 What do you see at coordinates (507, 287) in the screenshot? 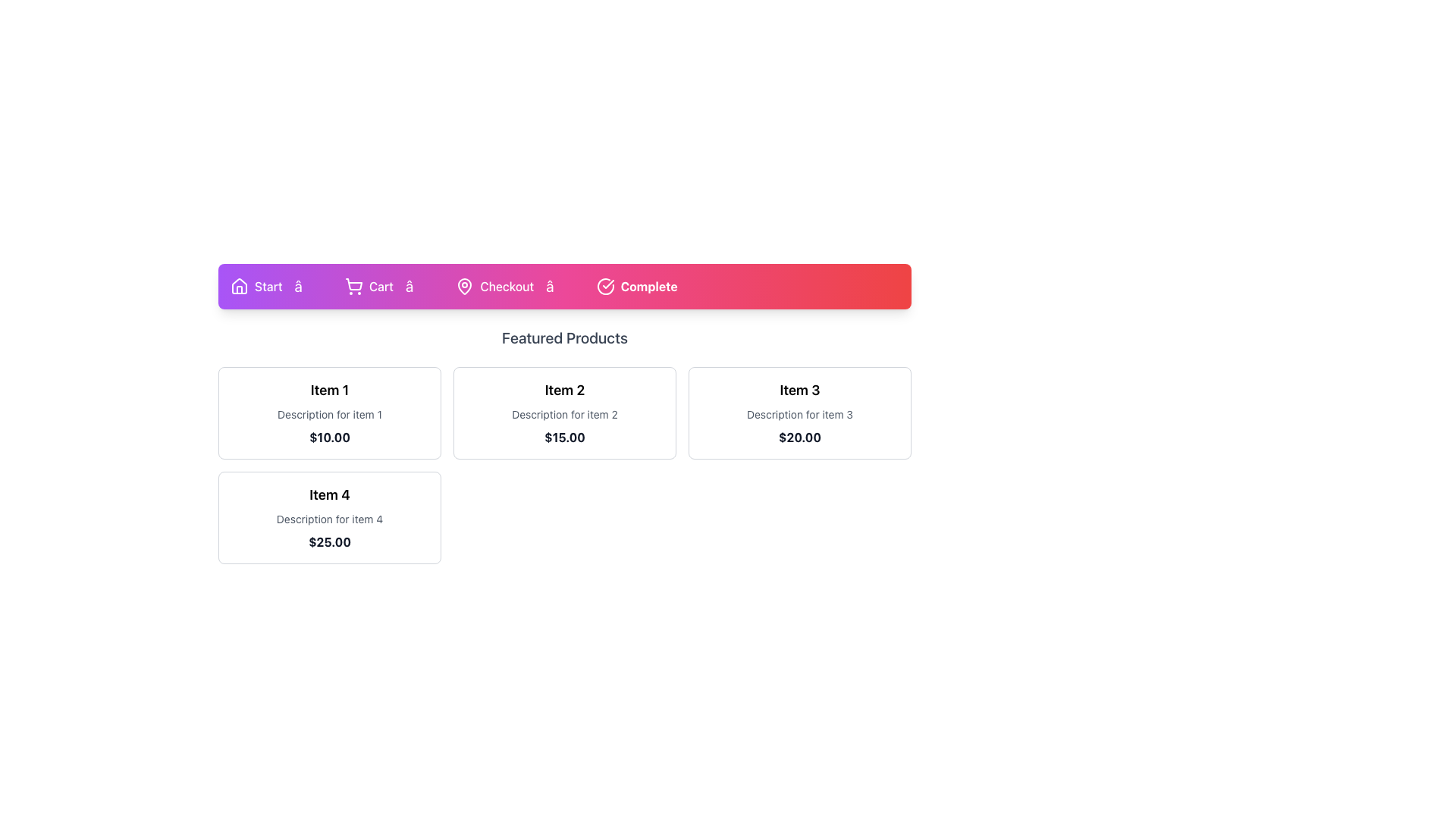
I see `the 'Checkout' text label located in the navigation bar, which is positioned between a map pin icon and another icon, with a gradient pink to red background` at bounding box center [507, 287].